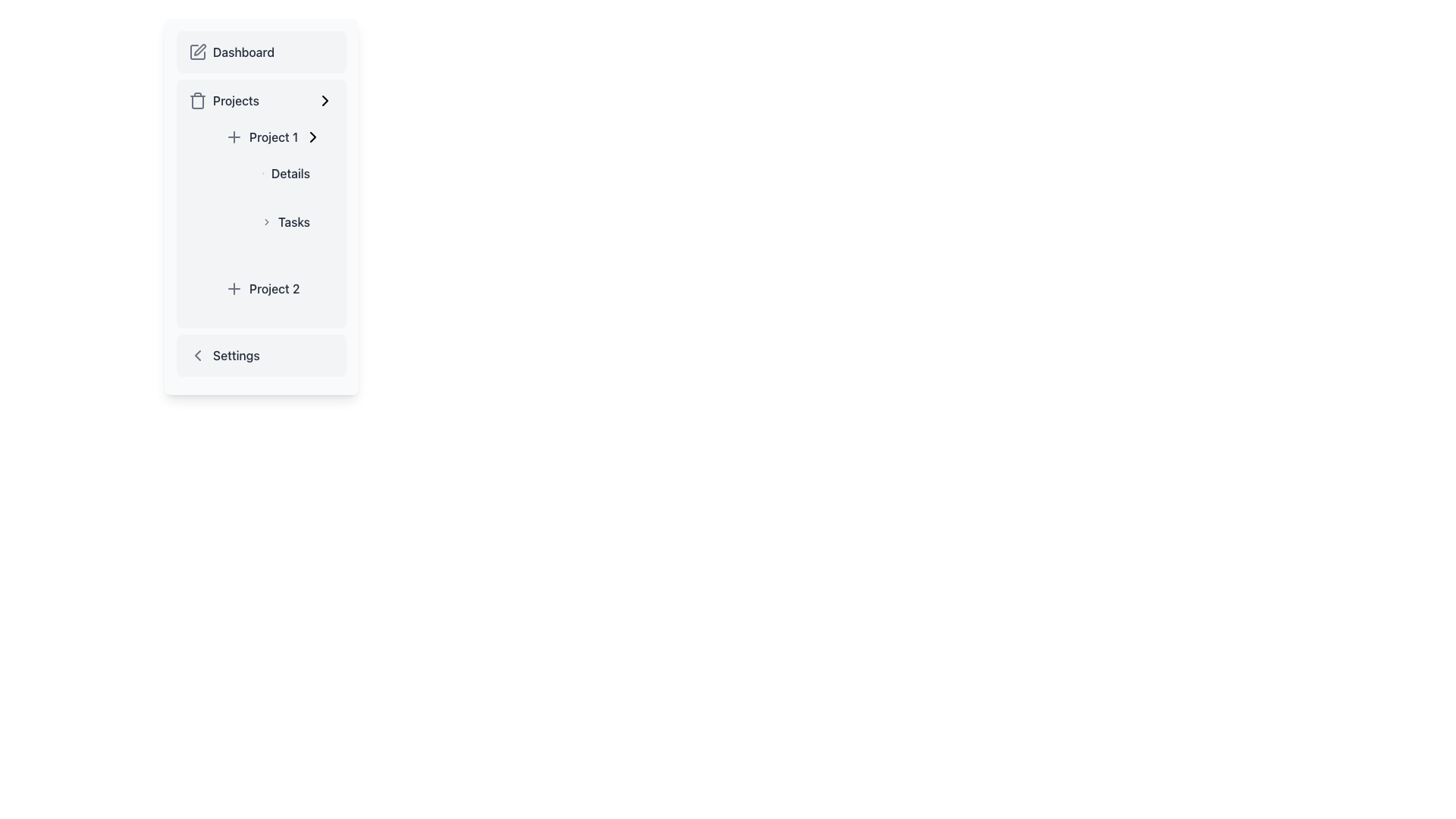 The height and width of the screenshot is (819, 1456). What do you see at coordinates (273, 289) in the screenshot?
I see `the List Item labeled 'Project 2' in the vertical navigation menu` at bounding box center [273, 289].